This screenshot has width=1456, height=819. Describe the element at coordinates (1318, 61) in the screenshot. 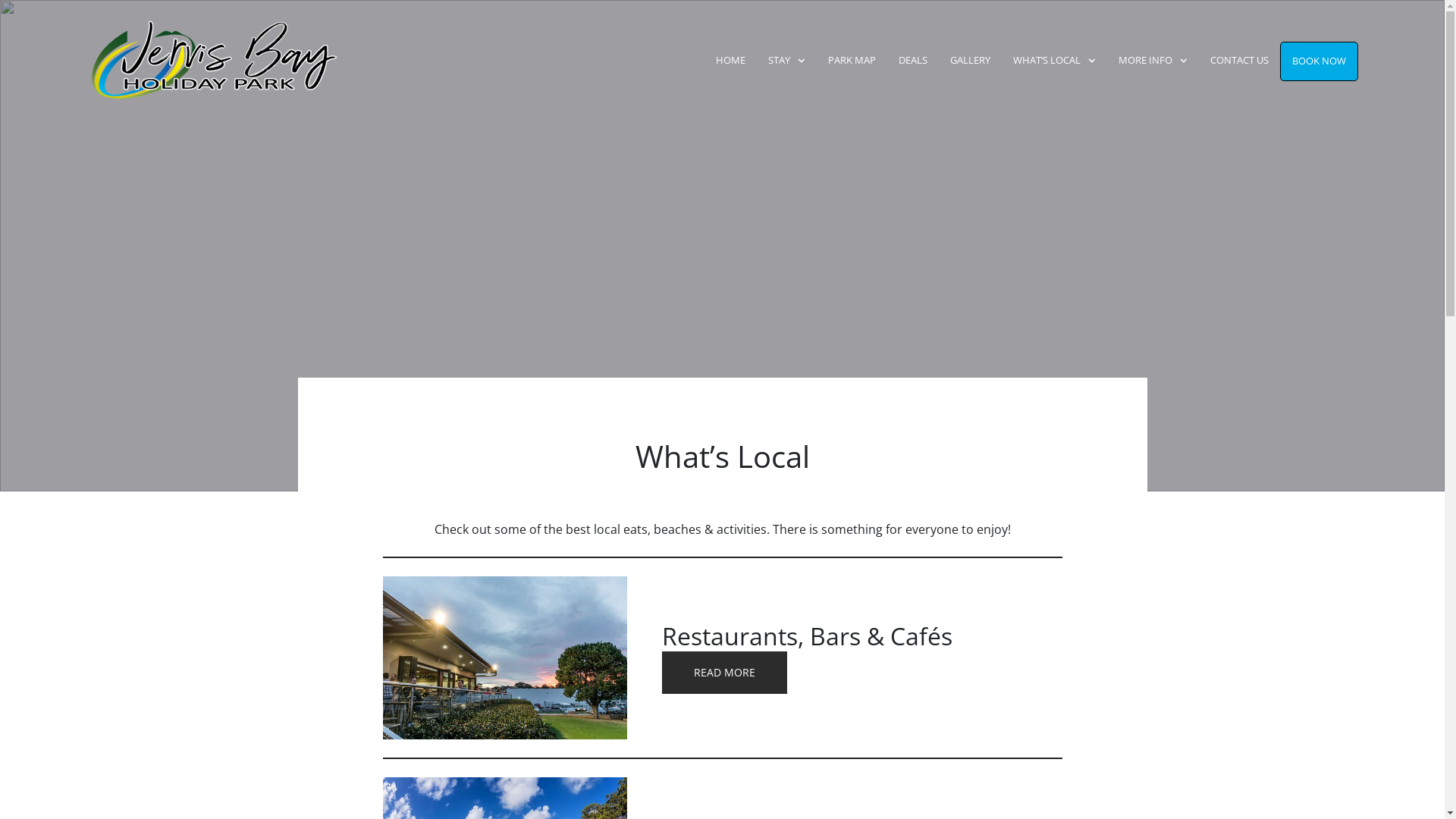

I see `'BOOK NOW'` at that location.